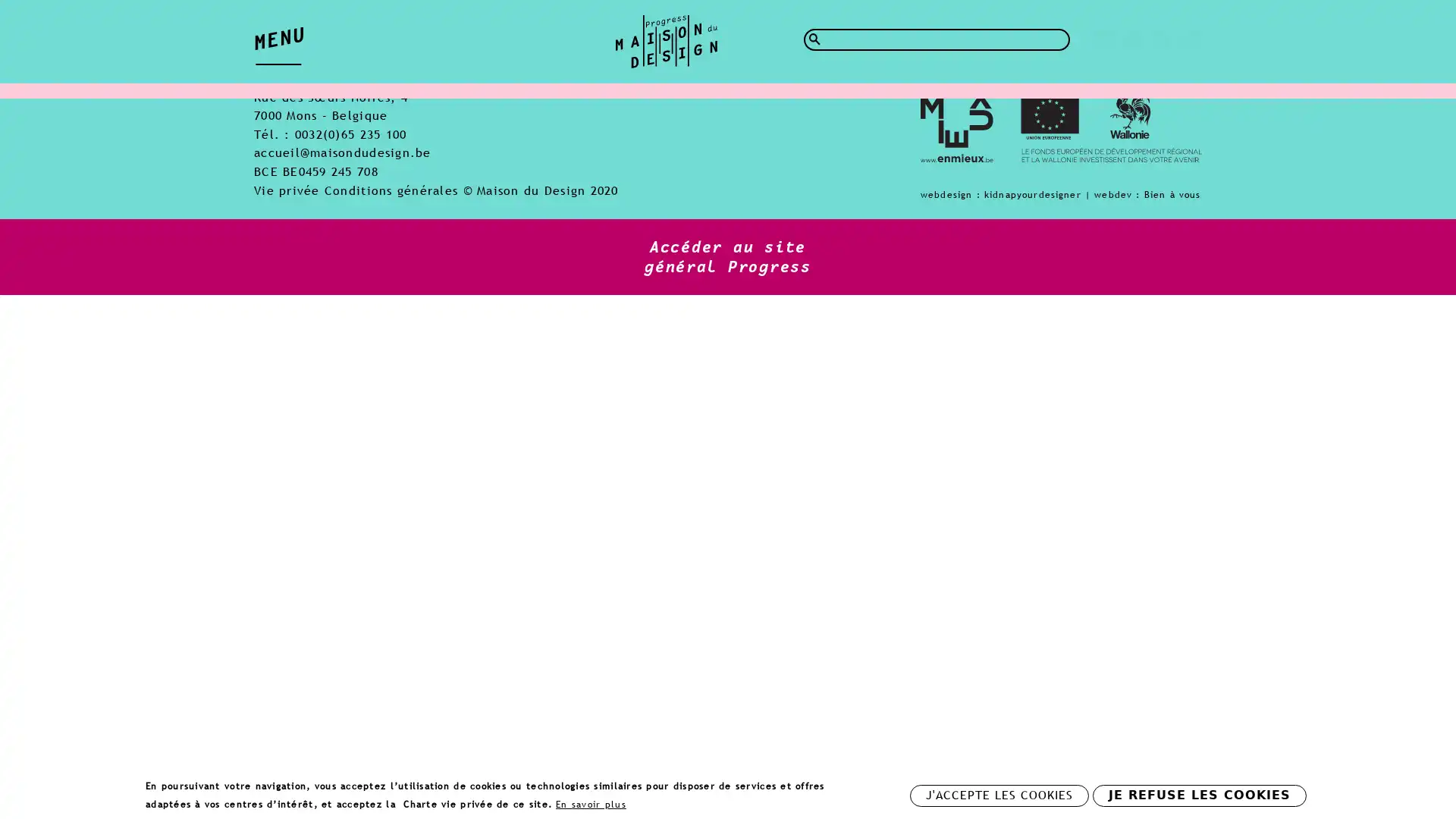 The image size is (1456, 819). What do you see at coordinates (999, 795) in the screenshot?
I see `J'ACCEPTE LES COOKIES` at bounding box center [999, 795].